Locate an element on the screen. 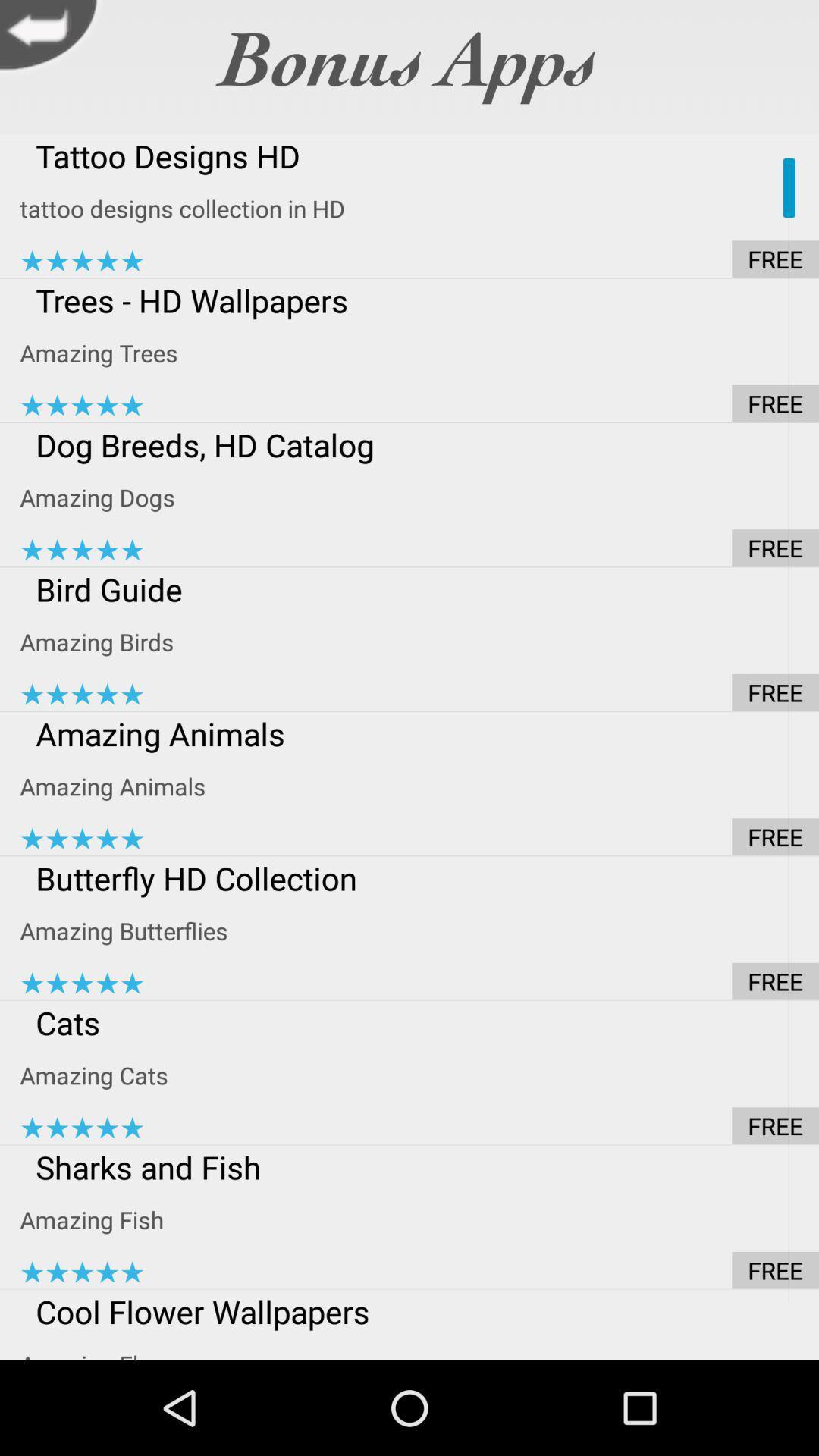  previous is located at coordinates (52, 39).